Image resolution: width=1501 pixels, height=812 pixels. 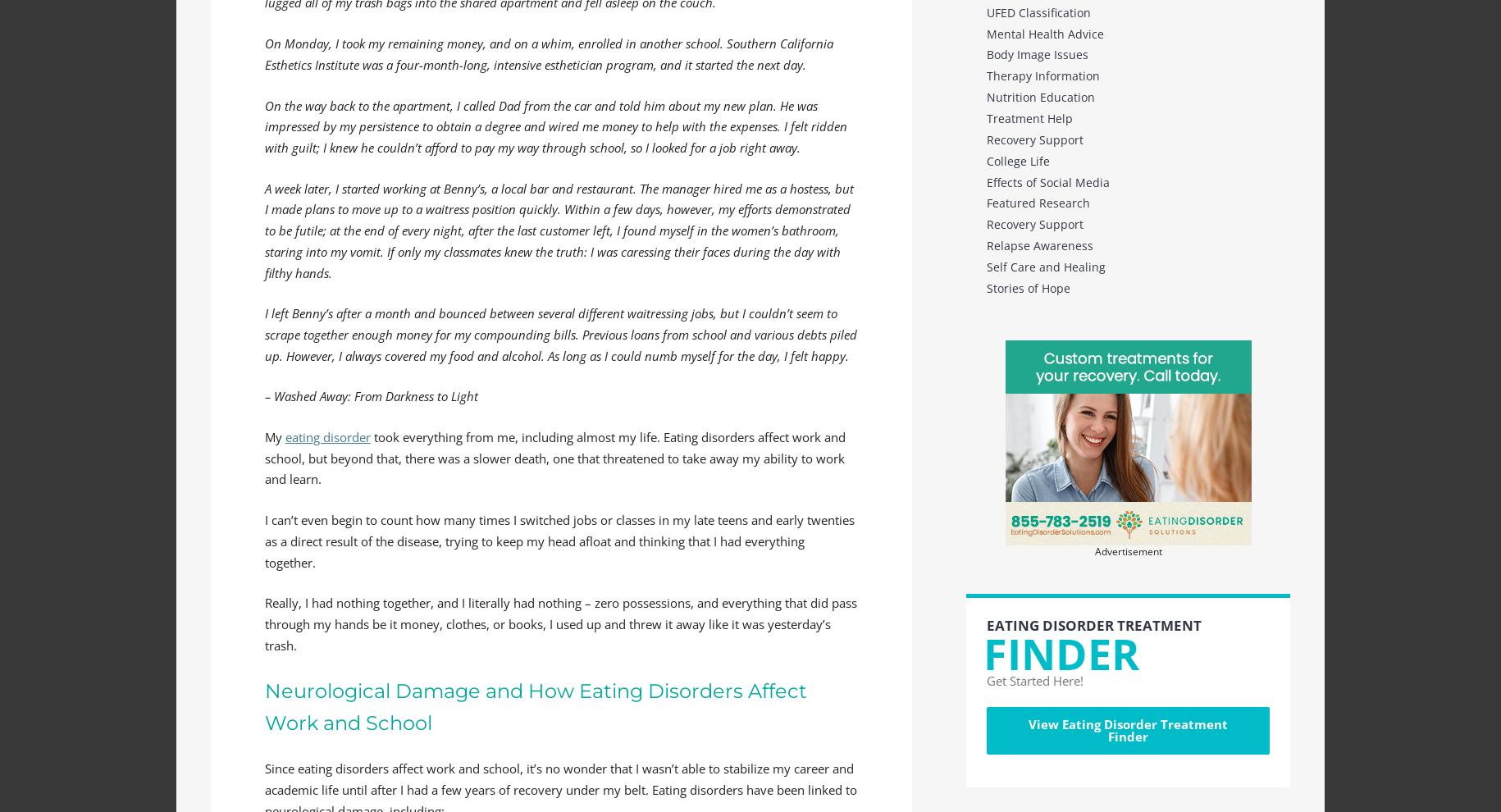 What do you see at coordinates (1128, 550) in the screenshot?
I see `'Advertisement'` at bounding box center [1128, 550].